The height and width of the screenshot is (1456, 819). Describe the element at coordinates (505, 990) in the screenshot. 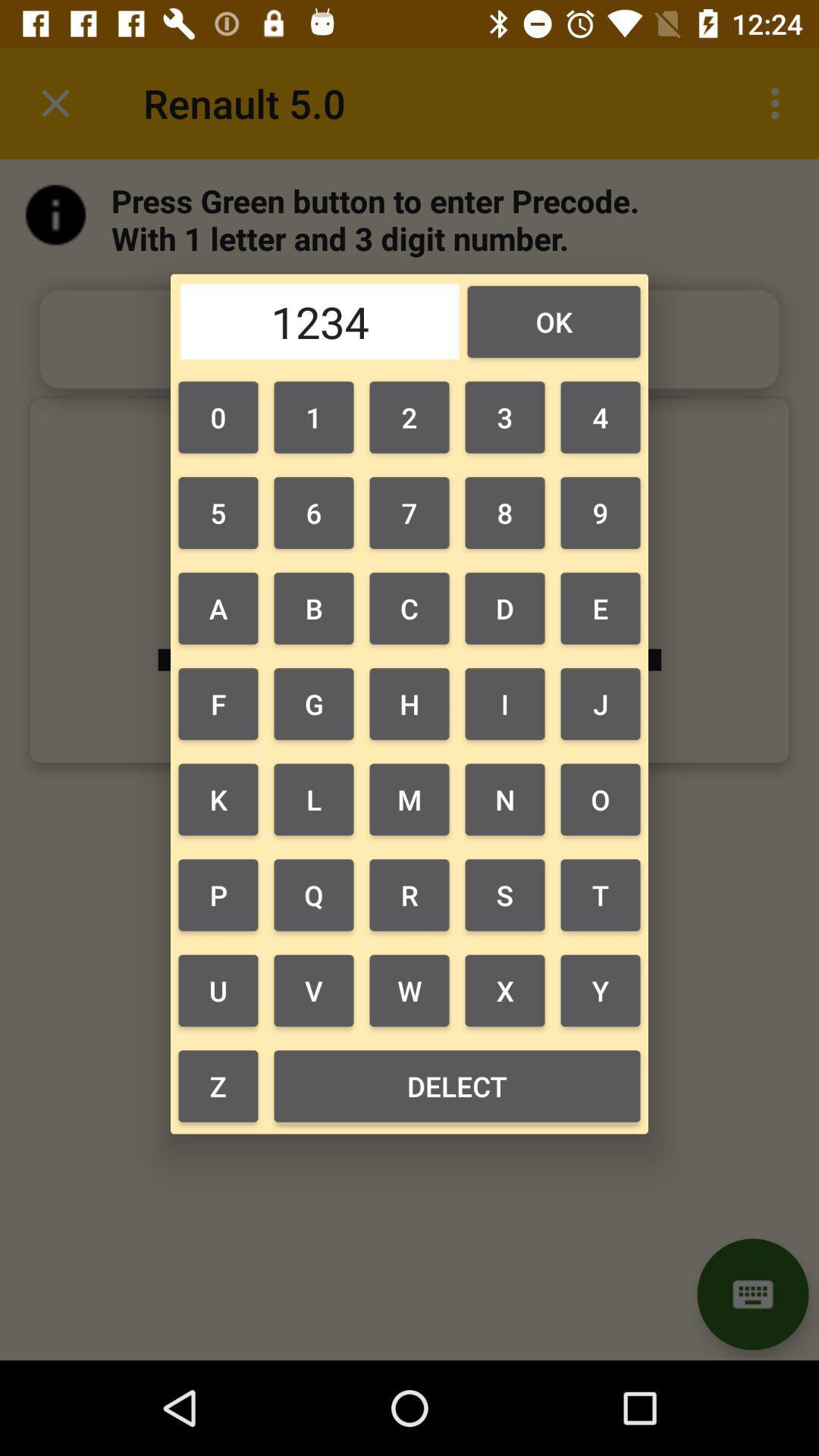

I see `the item next to t item` at that location.